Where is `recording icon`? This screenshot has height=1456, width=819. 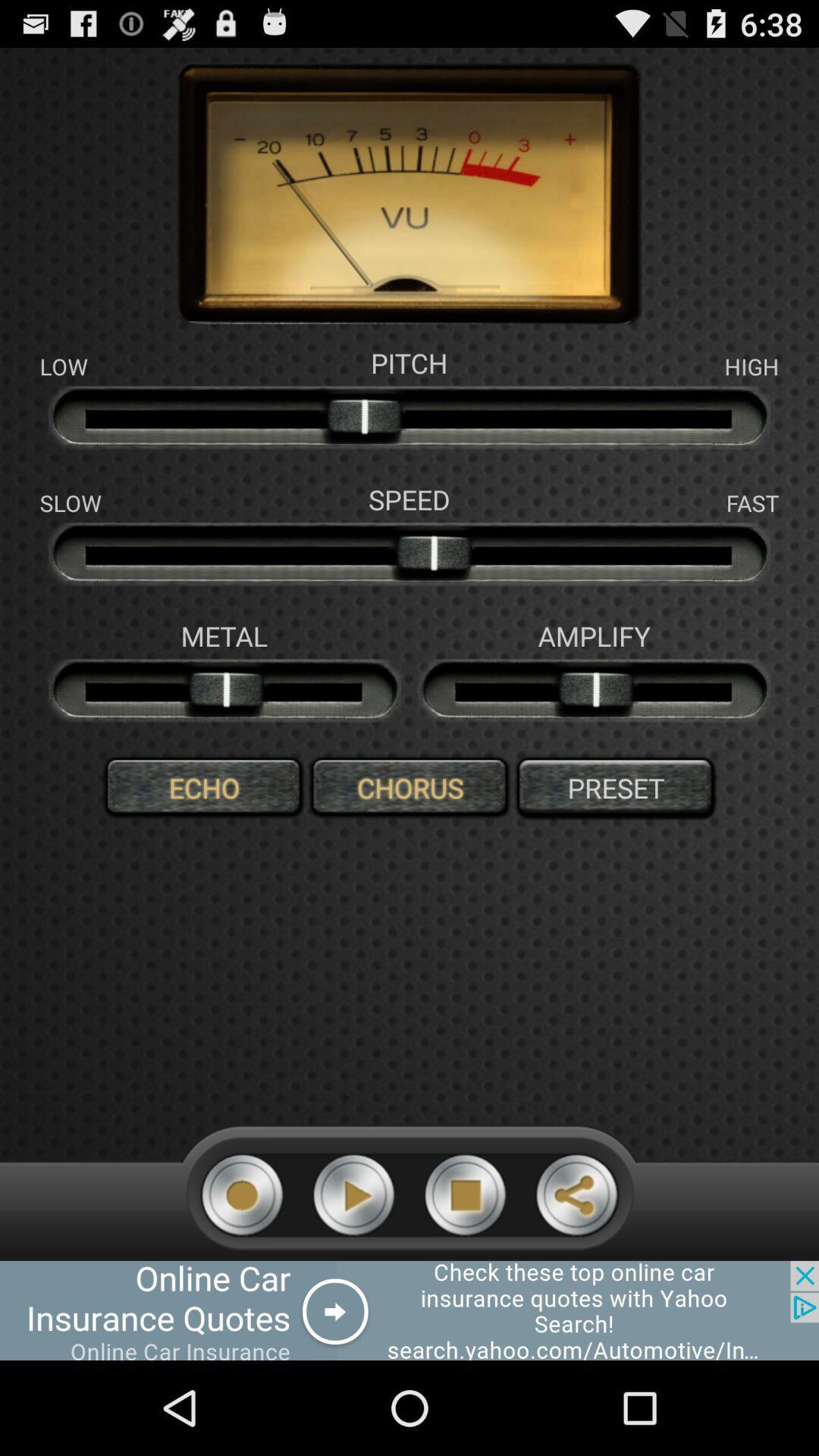 recording icon is located at coordinates (241, 1194).